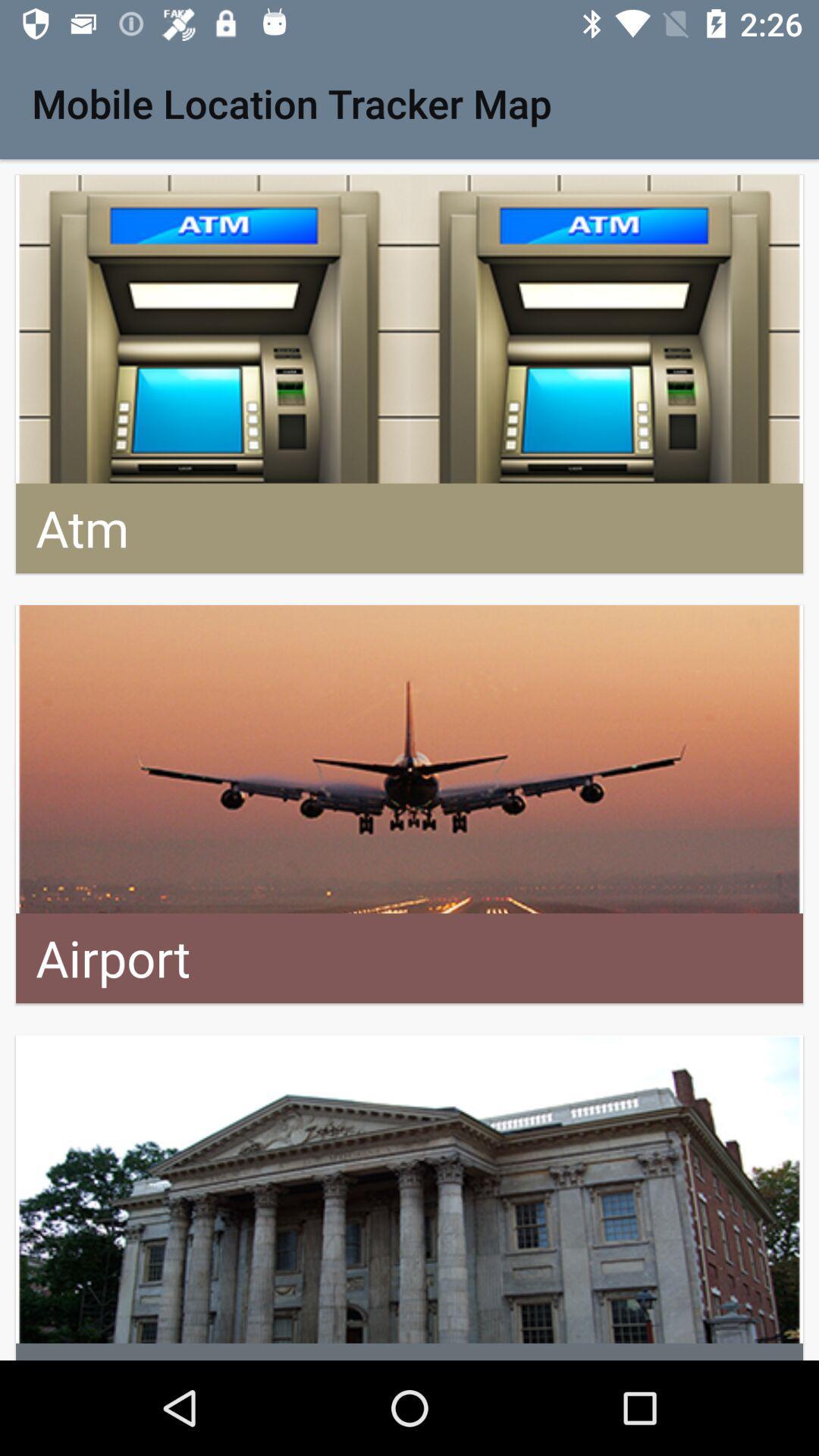 This screenshot has height=1456, width=819. What do you see at coordinates (409, 803) in the screenshot?
I see `advertisement` at bounding box center [409, 803].